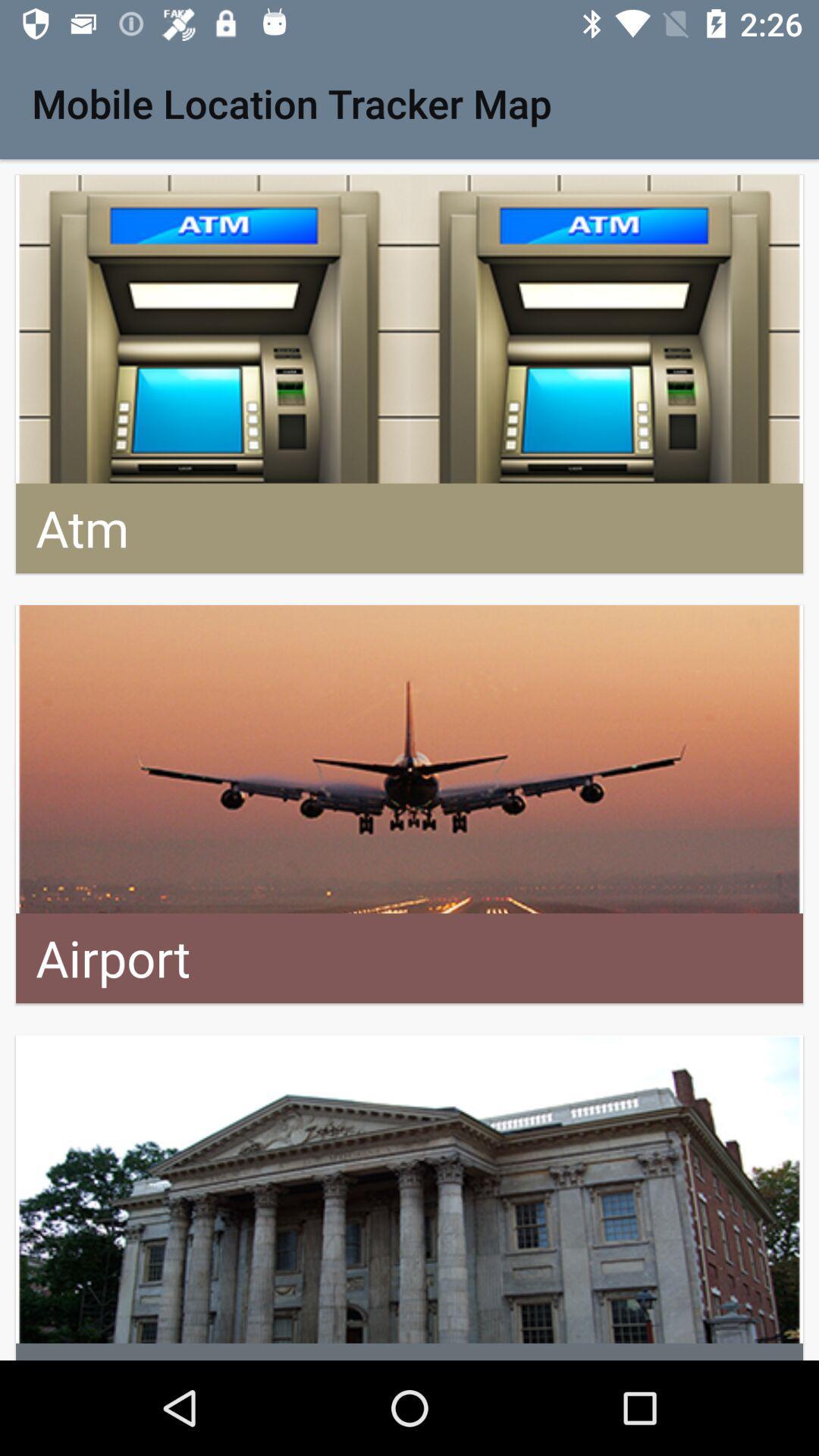 This screenshot has height=1456, width=819. What do you see at coordinates (409, 803) in the screenshot?
I see `advertisement` at bounding box center [409, 803].